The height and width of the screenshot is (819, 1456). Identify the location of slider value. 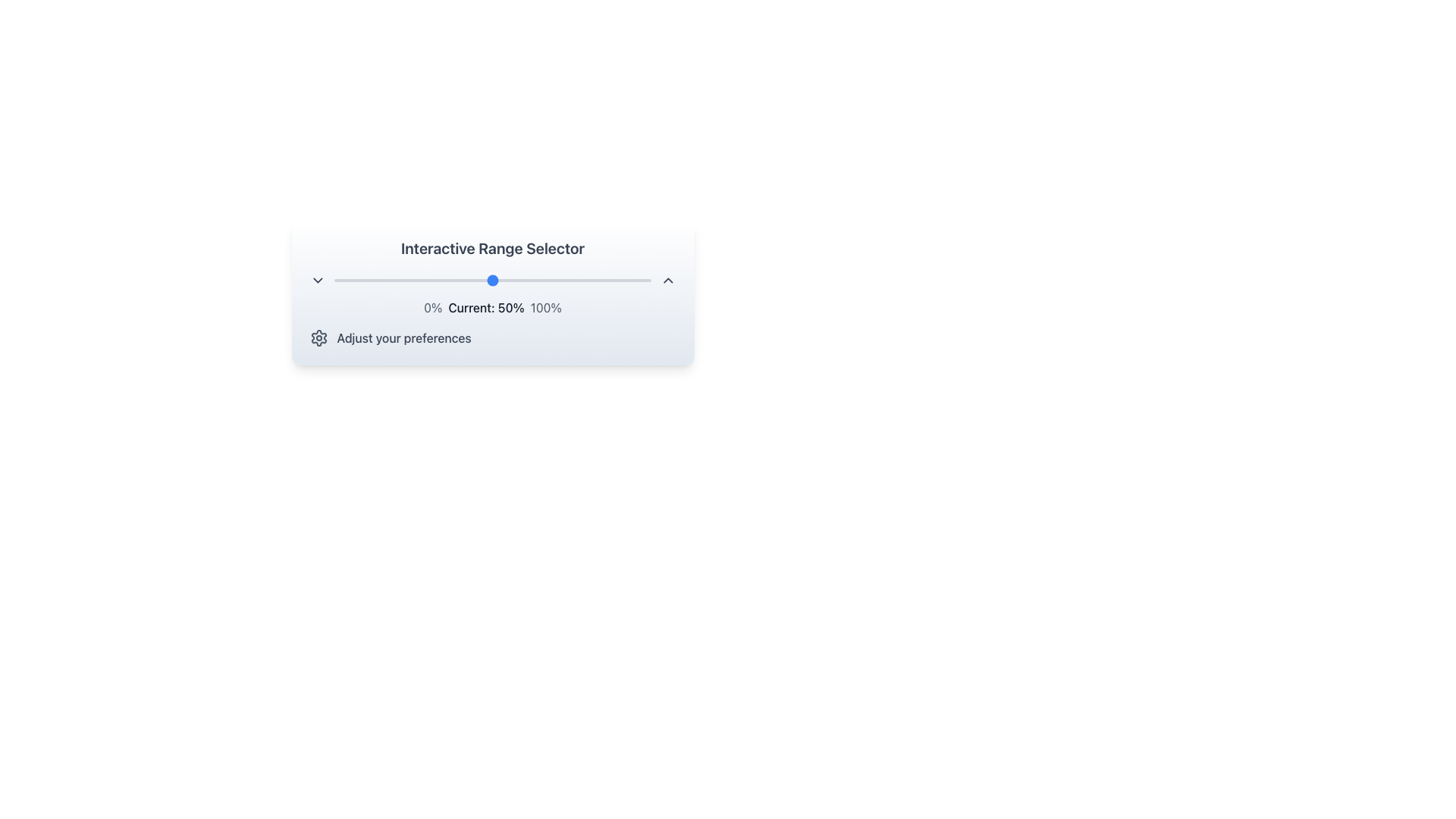
(423, 281).